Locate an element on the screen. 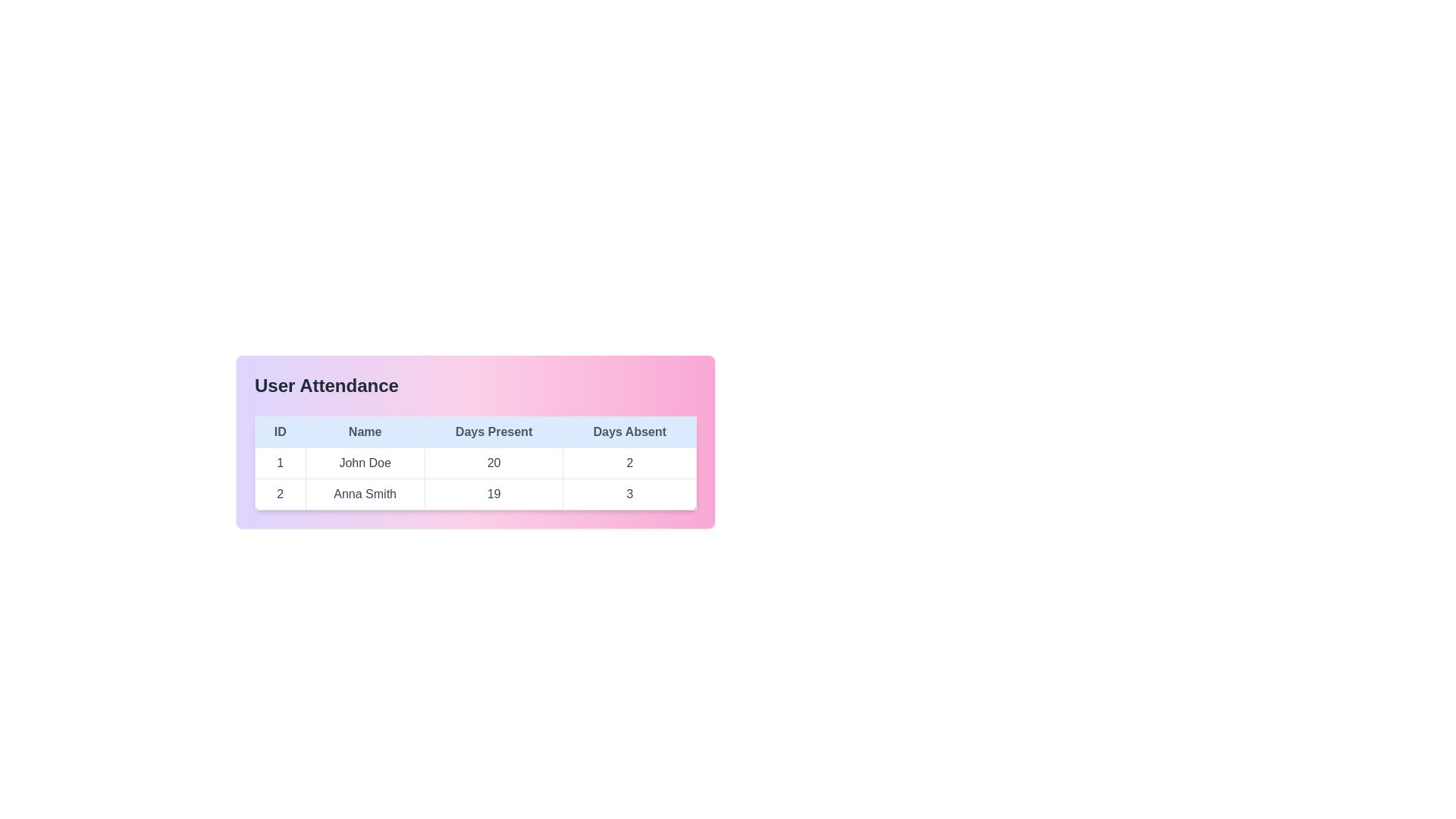 This screenshot has height=819, width=1456. the Table Header Row containing the text 'ID Name Days Present Days Absent' with a light blue background and gray text, located at the top of the 'User Attendance' table is located at coordinates (475, 432).